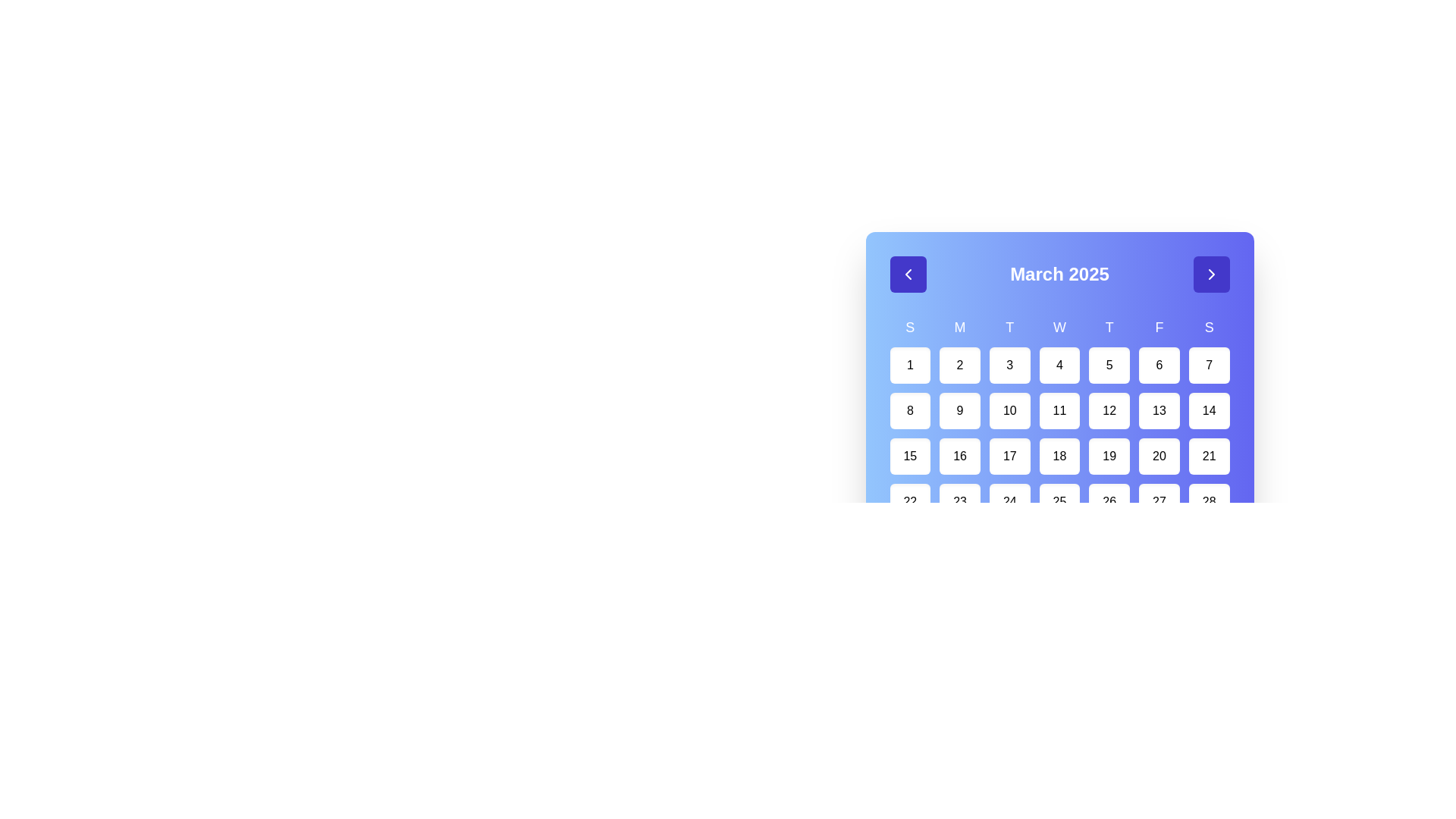  I want to click on the button representing the 23rd day of March 2025 in the calendar view, so click(959, 502).